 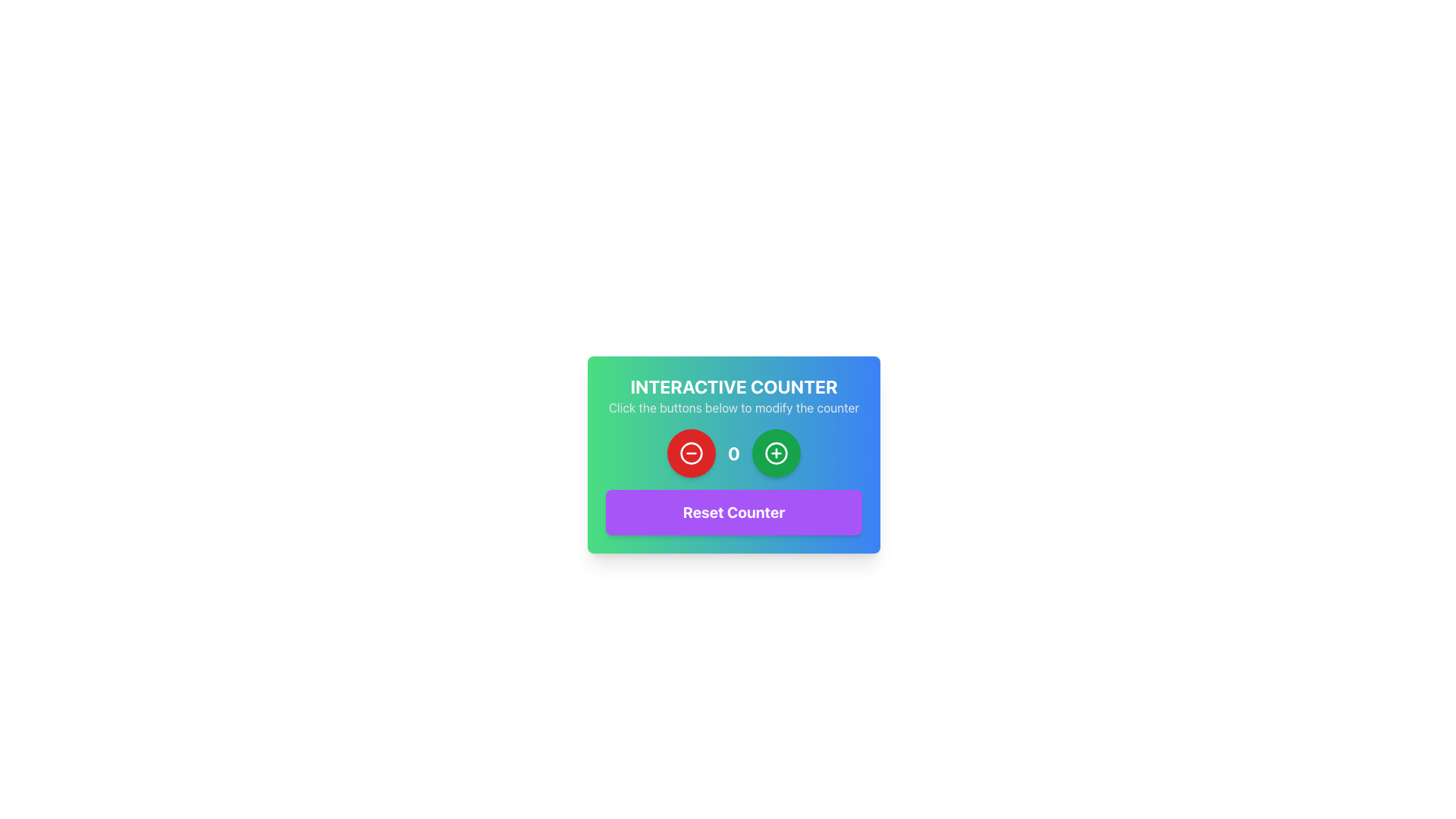 What do you see at coordinates (691, 452) in the screenshot?
I see `the circular red button with a minus sign icon to trigger hover effects` at bounding box center [691, 452].